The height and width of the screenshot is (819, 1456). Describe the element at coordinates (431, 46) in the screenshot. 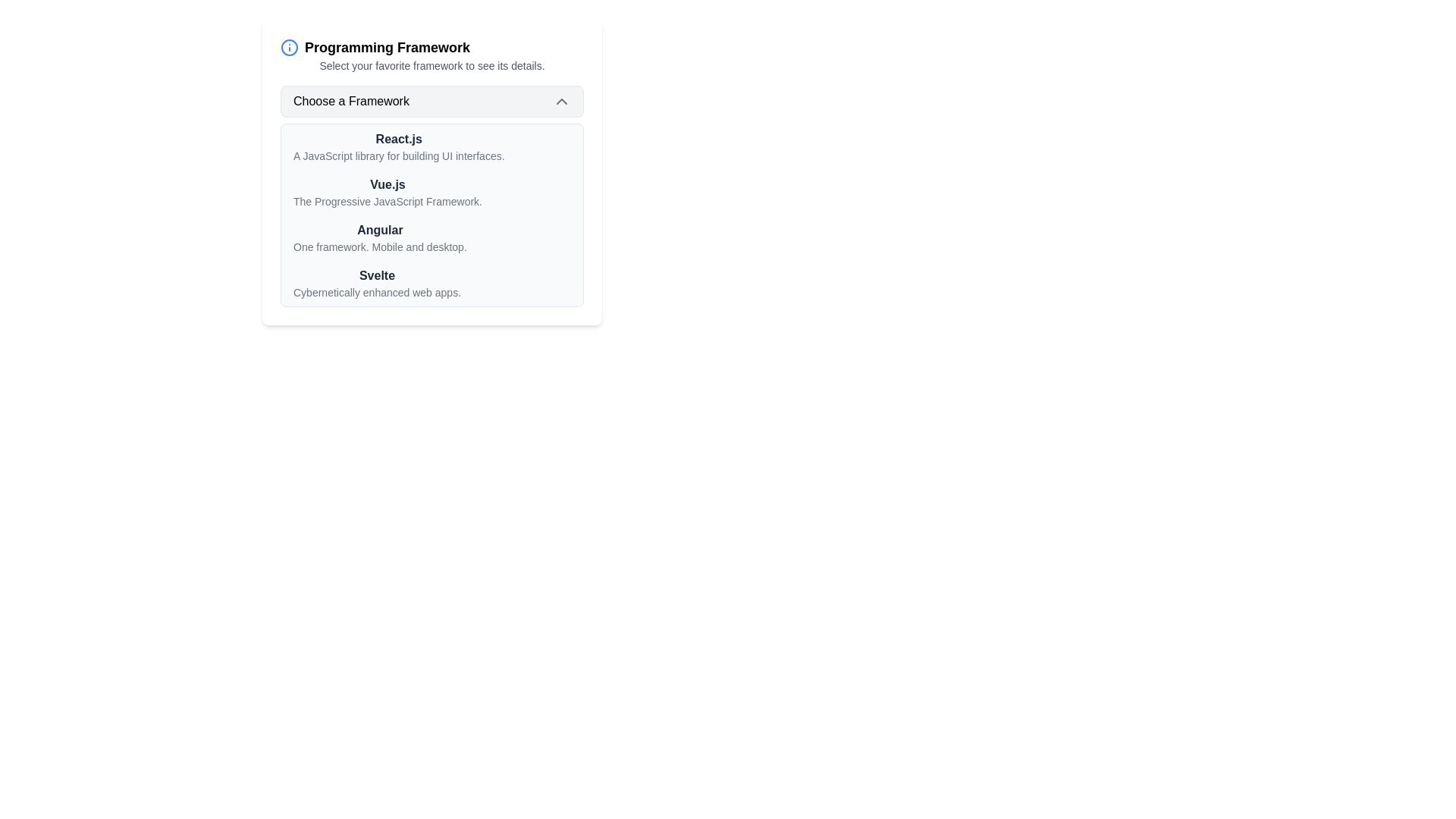

I see `the Label or heading component that serves as the title for the section describing framework options, positioned at the top of the section` at that location.